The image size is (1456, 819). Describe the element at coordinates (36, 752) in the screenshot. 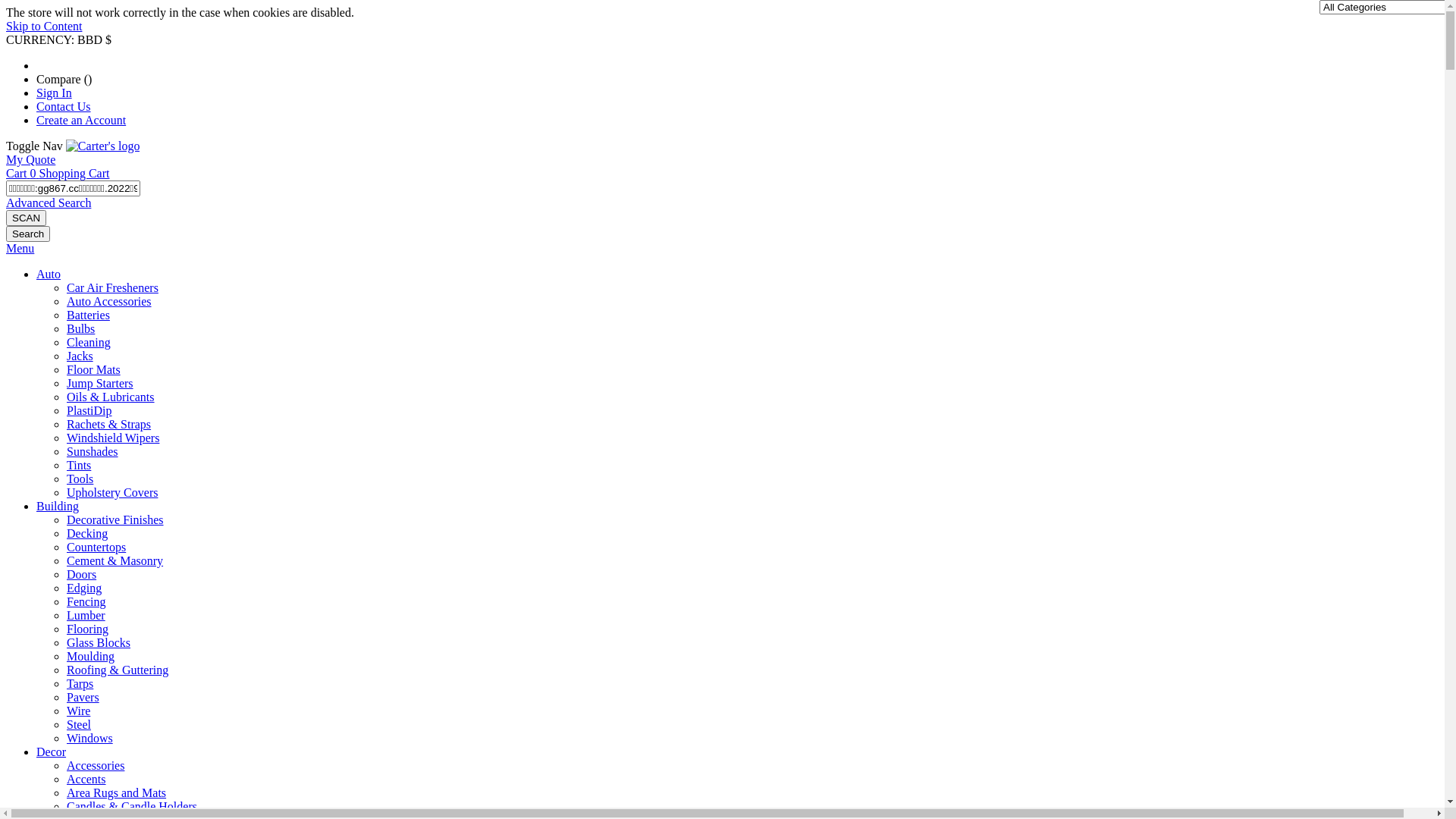

I see `'Decor'` at that location.